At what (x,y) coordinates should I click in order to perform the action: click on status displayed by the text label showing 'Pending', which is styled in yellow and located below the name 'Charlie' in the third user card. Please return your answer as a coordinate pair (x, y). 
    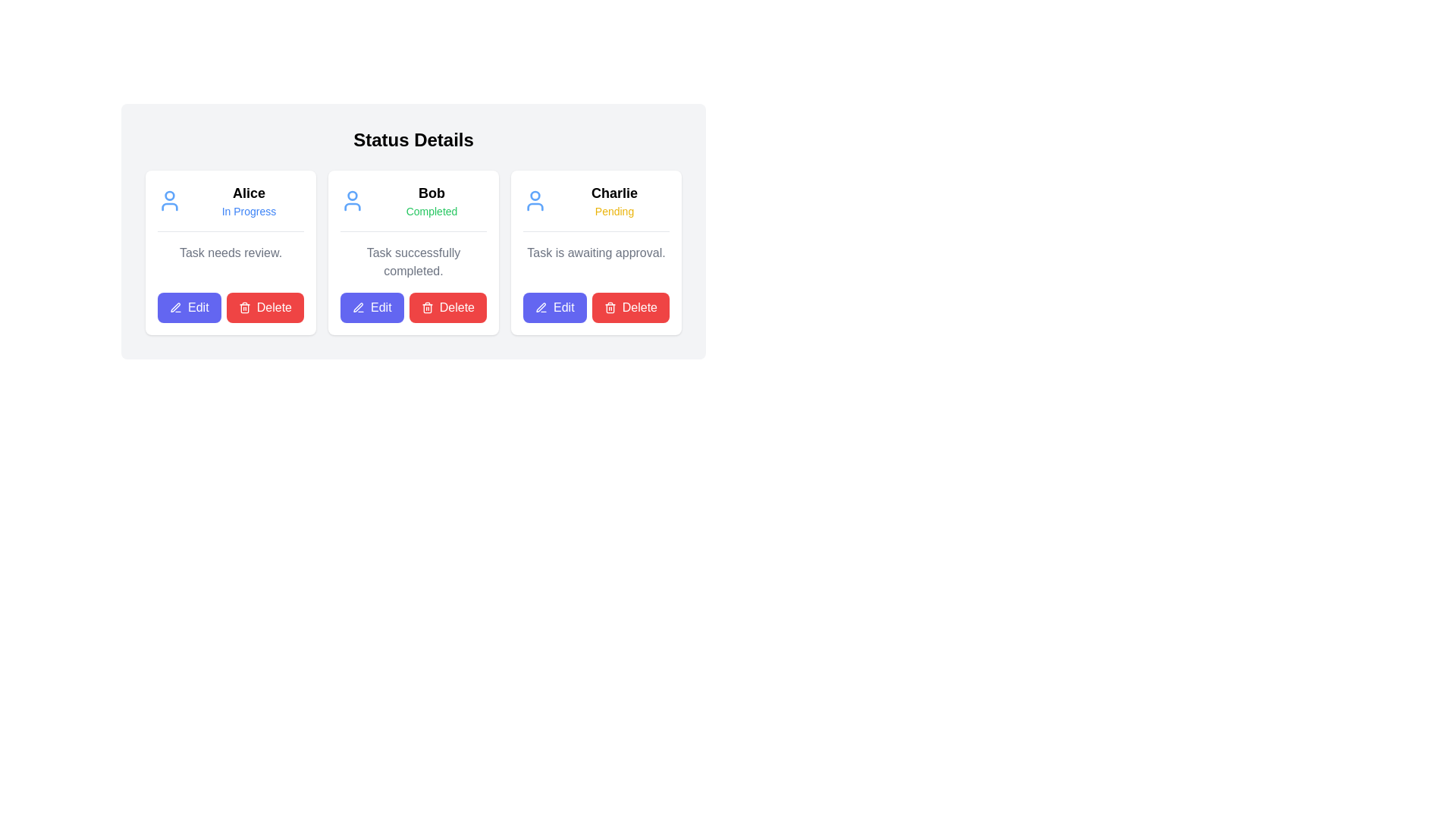
    Looking at the image, I should click on (614, 211).